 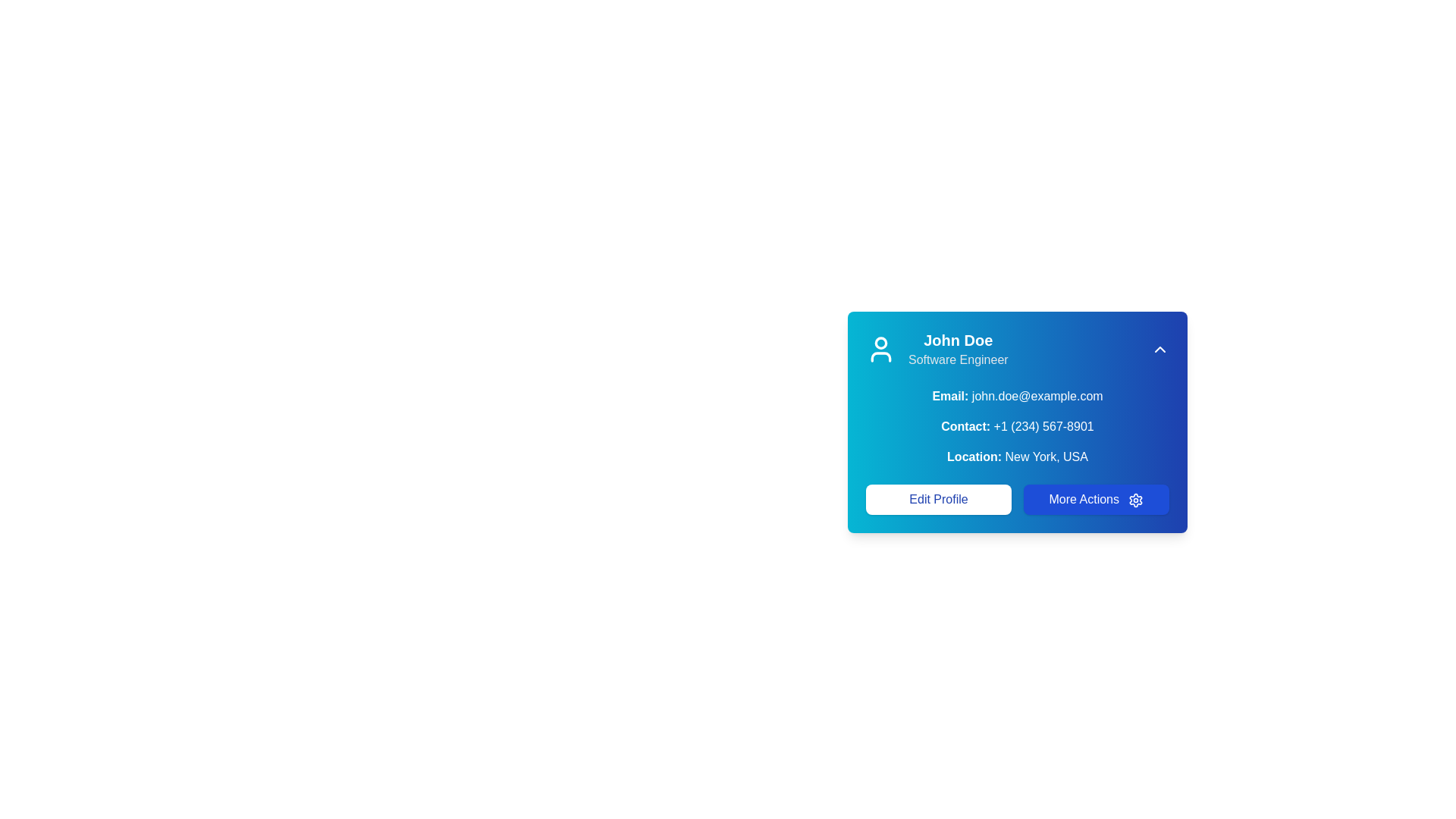 I want to click on the leftmost button, so click(x=938, y=500).